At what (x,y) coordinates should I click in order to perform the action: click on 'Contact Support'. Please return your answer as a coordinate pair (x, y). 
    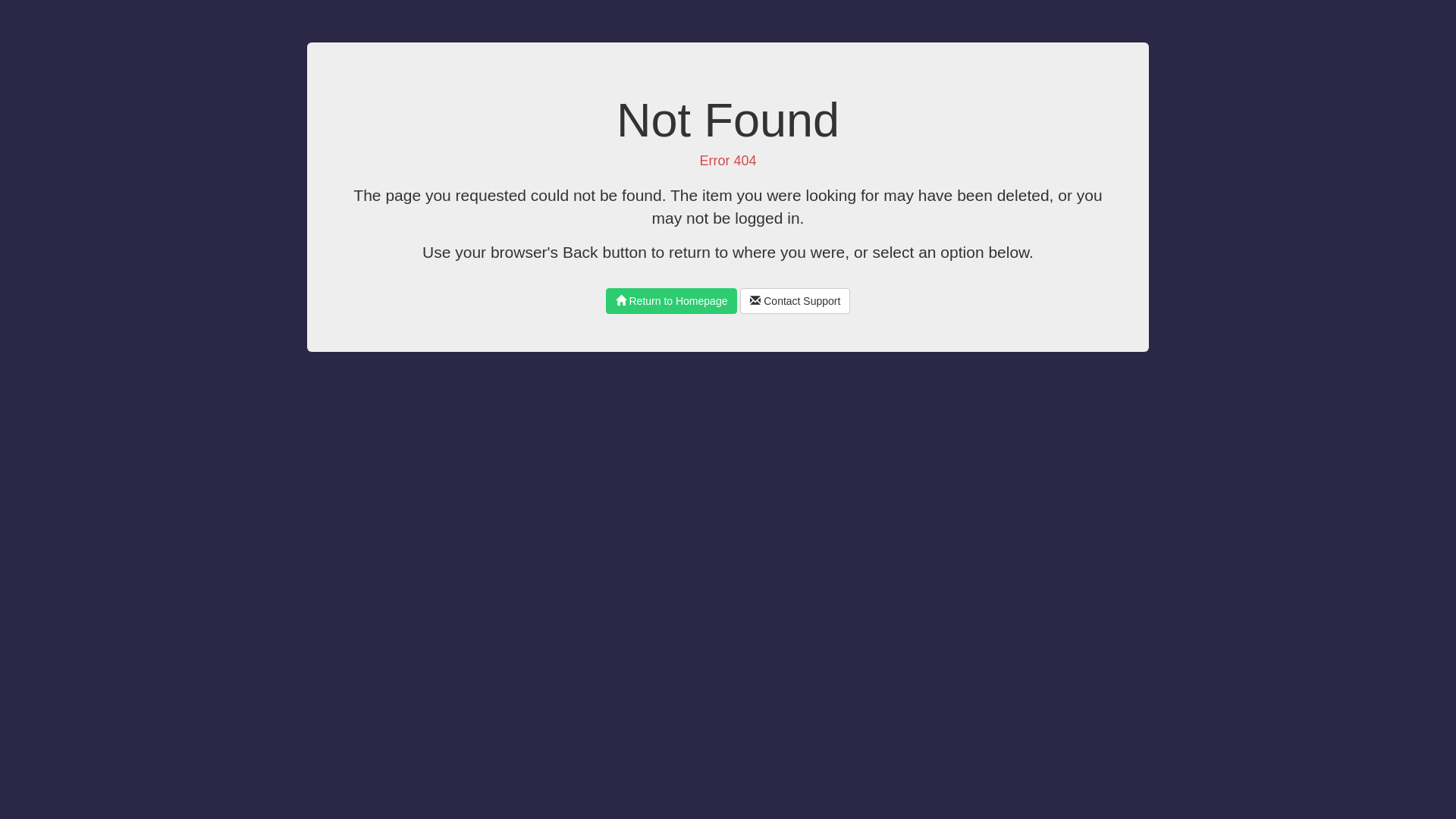
    Looking at the image, I should click on (794, 301).